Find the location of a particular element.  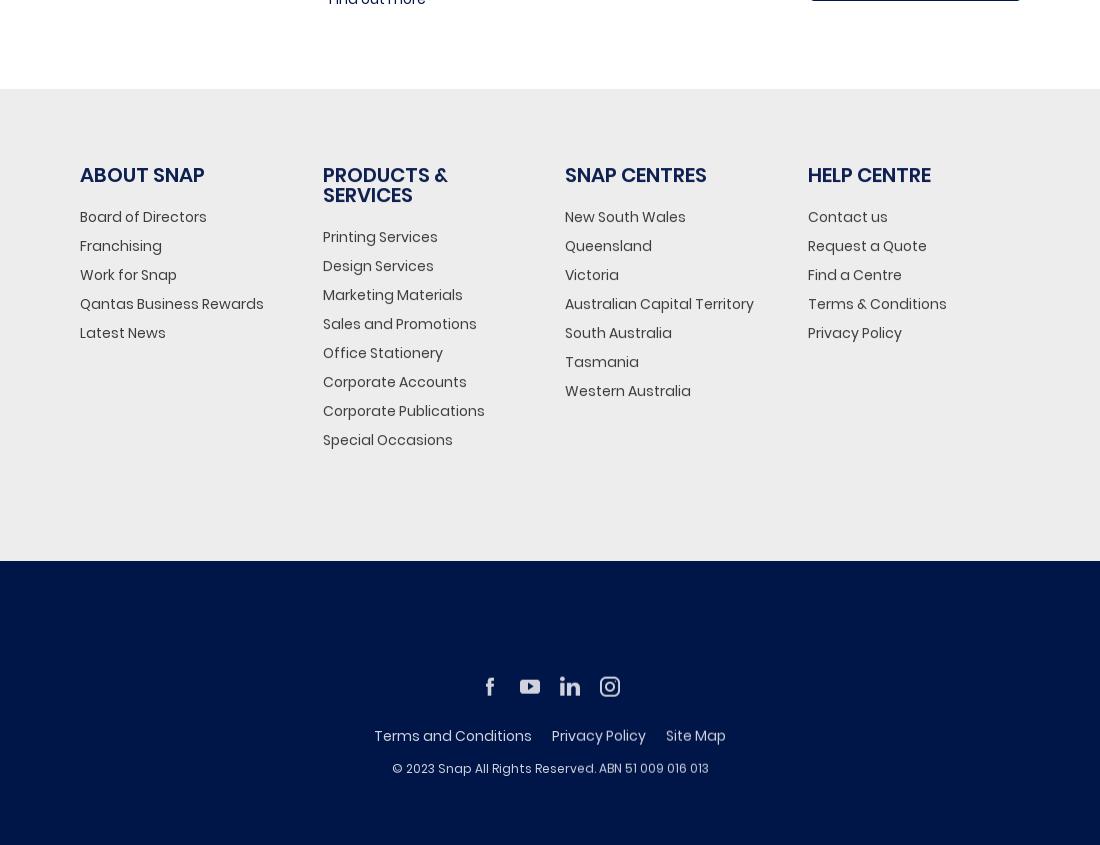

'Terms & Conditions' is located at coordinates (875, 303).